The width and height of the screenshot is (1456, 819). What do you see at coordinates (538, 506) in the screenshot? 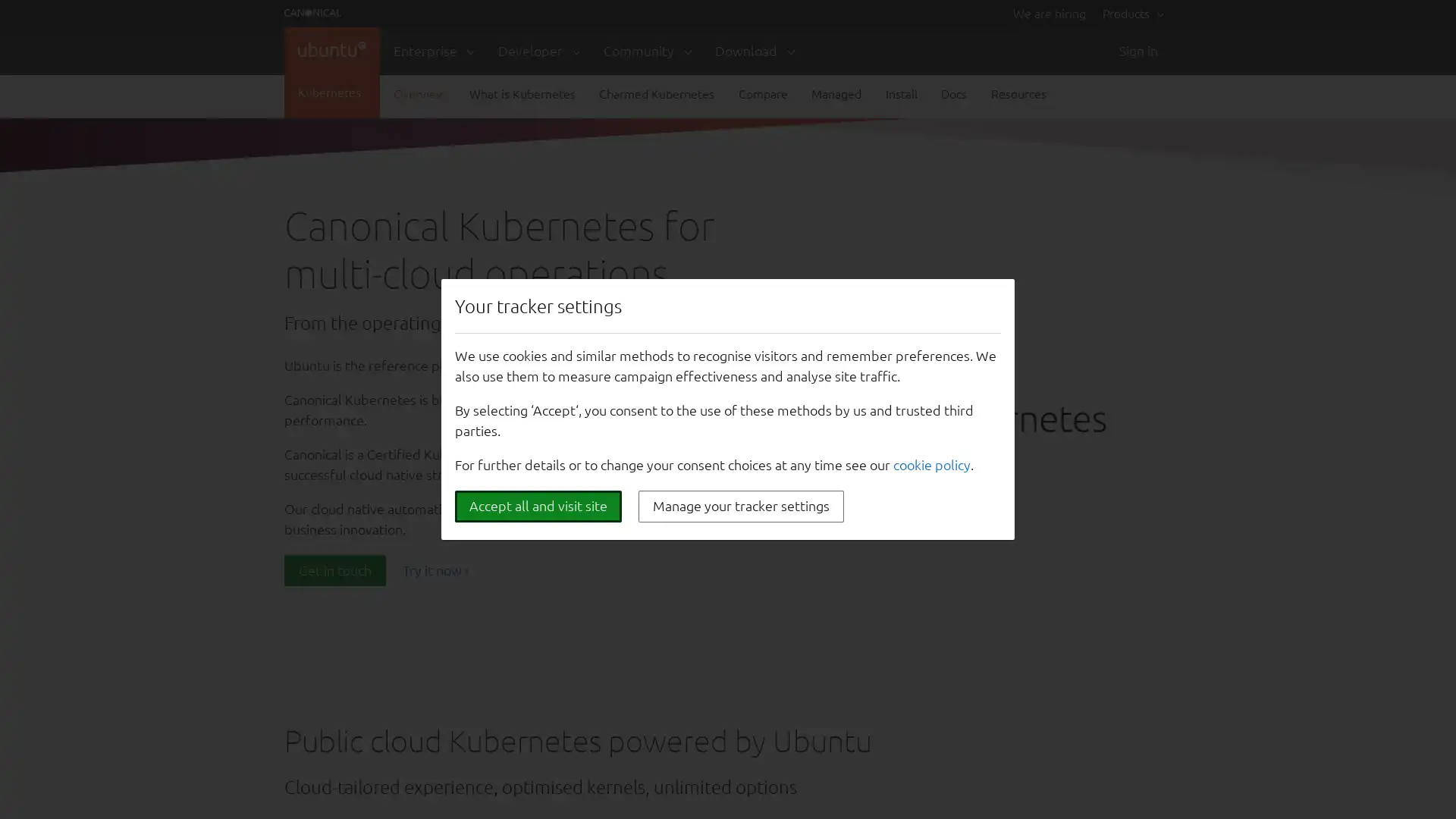
I see `Accept all and visit site` at bounding box center [538, 506].